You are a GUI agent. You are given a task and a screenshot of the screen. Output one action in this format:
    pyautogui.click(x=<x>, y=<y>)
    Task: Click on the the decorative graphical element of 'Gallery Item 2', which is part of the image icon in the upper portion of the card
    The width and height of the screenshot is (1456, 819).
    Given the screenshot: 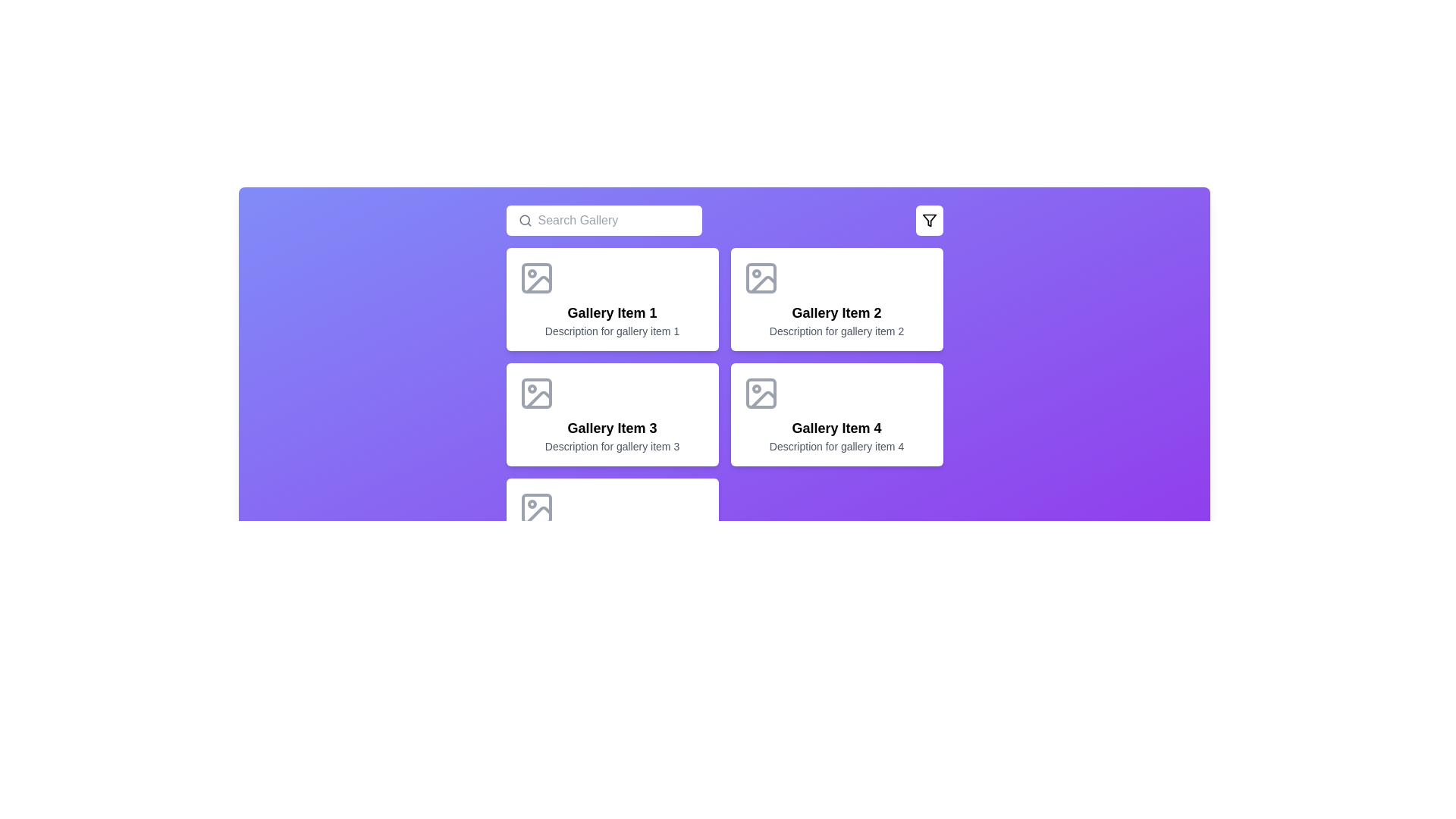 What is the action you would take?
    pyautogui.click(x=761, y=278)
    